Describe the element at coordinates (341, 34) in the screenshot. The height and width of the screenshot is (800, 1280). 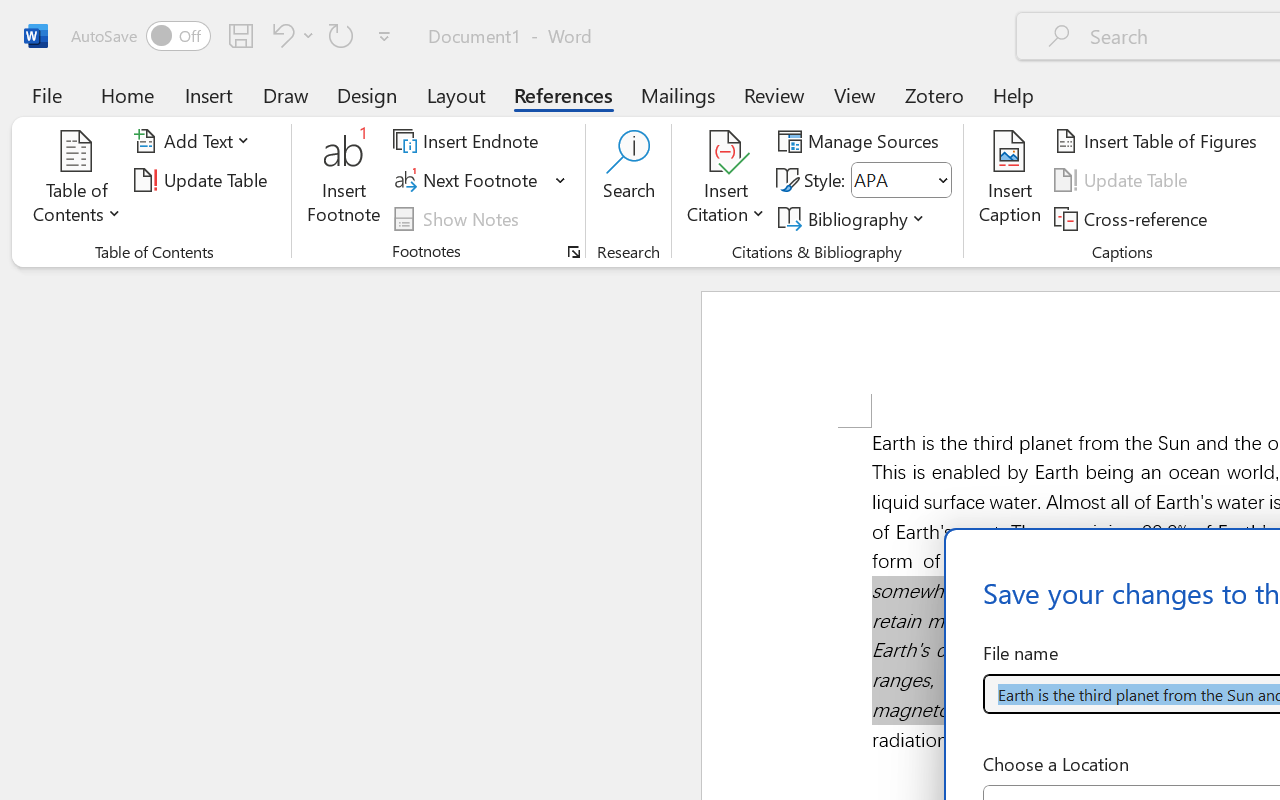
I see `'Repeat Doc Close'` at that location.